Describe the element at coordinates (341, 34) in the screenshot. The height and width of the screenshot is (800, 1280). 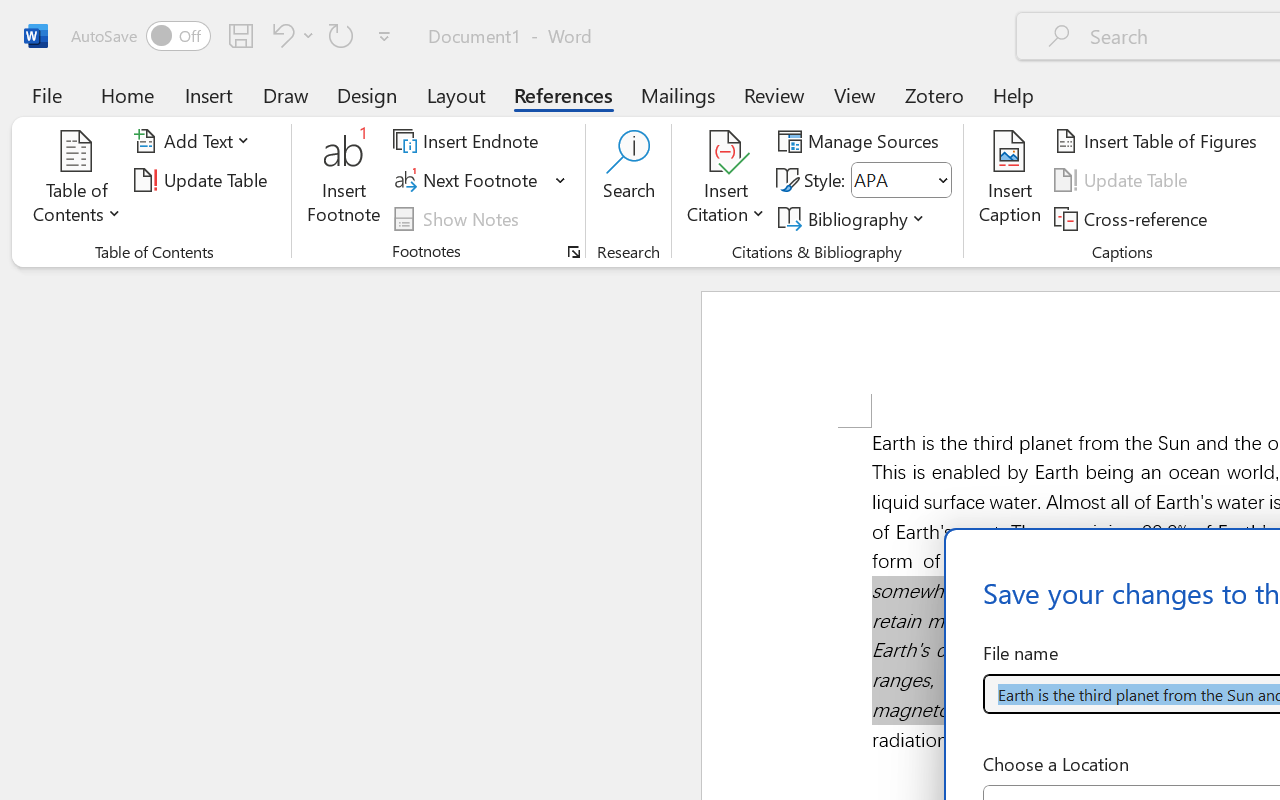
I see `'Repeat Doc Close'` at that location.